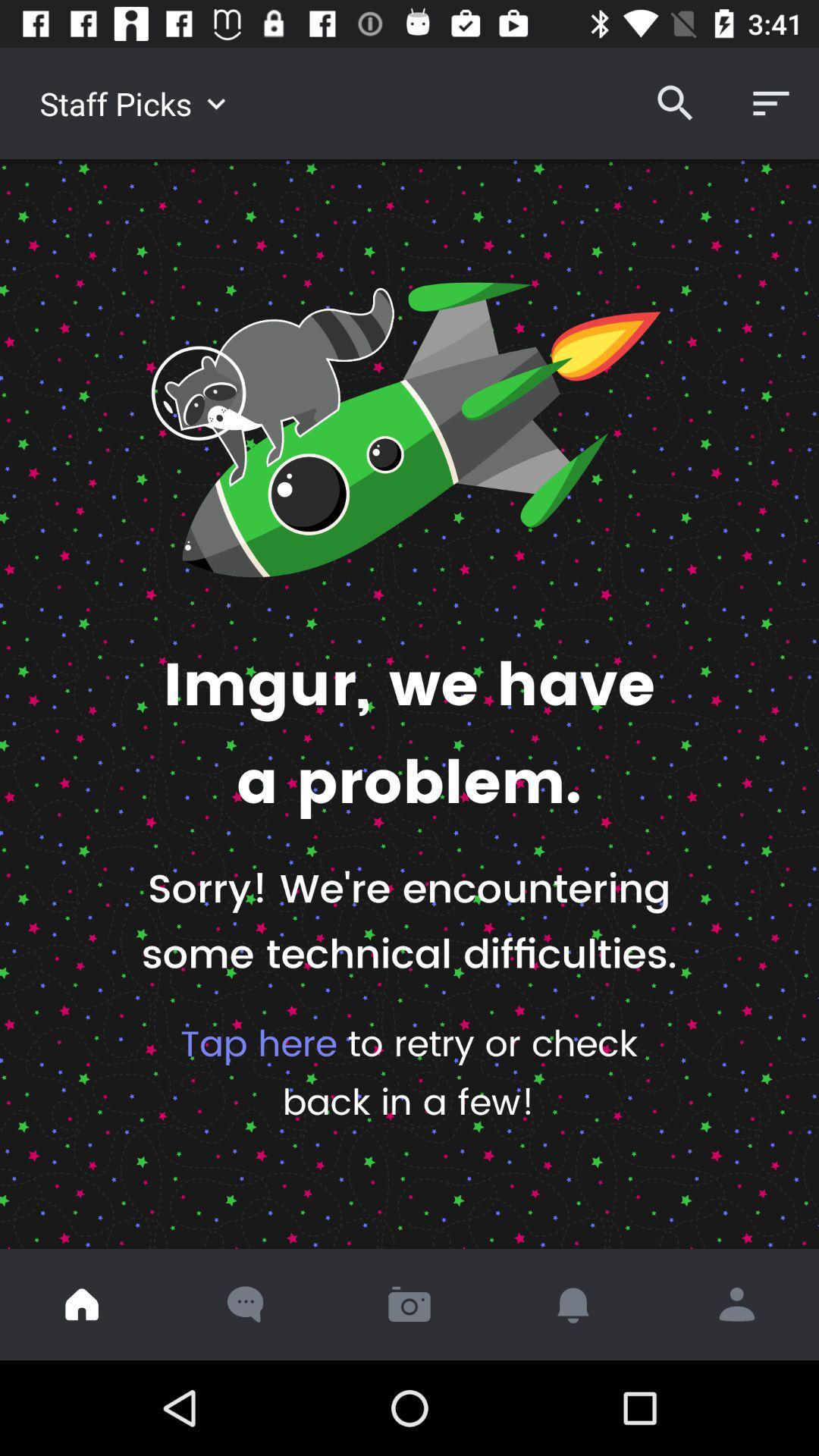 Image resolution: width=819 pixels, height=1456 pixels. What do you see at coordinates (736, 1304) in the screenshot?
I see `the avatar icon` at bounding box center [736, 1304].